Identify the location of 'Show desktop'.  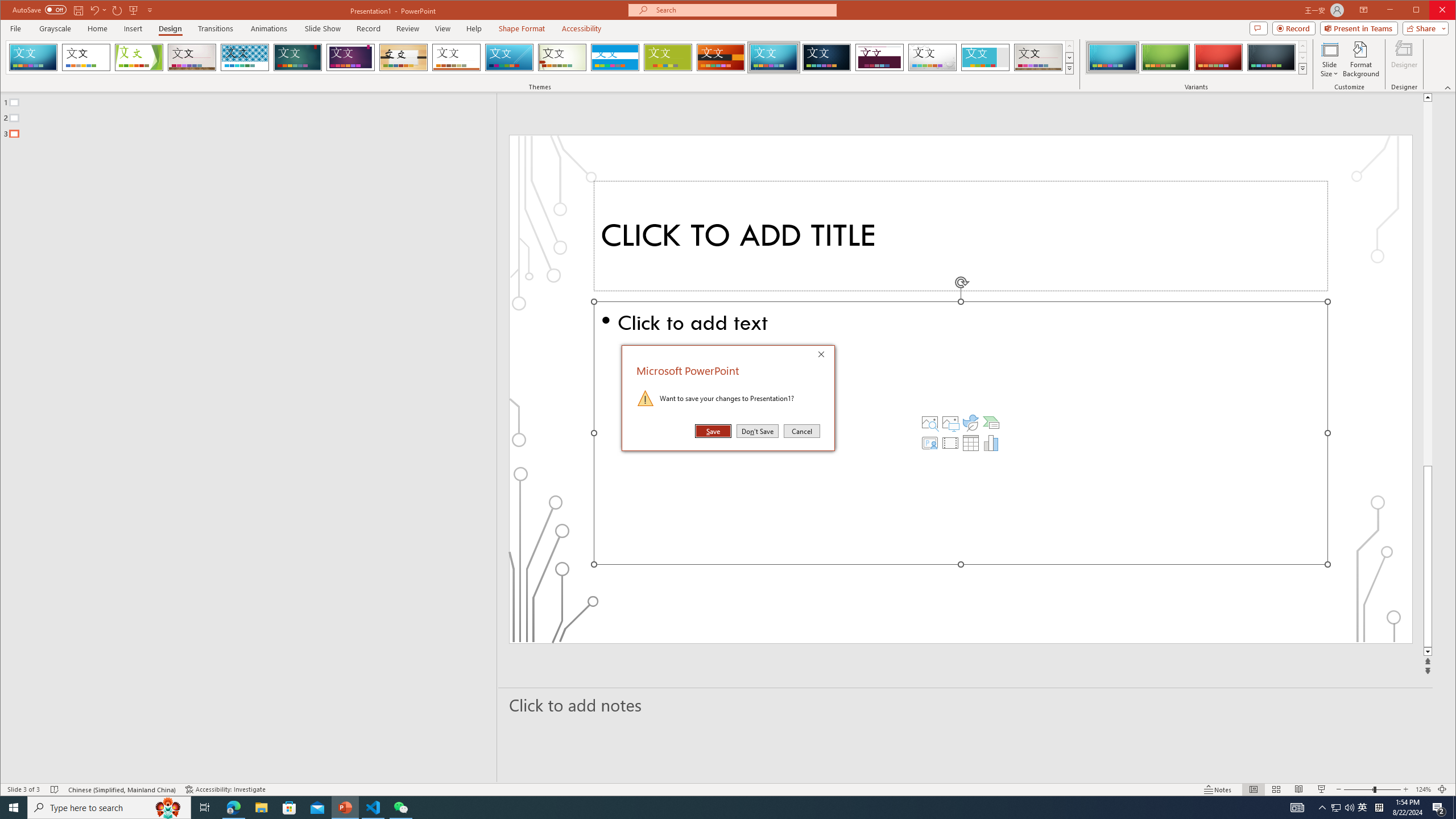
(1454, 806).